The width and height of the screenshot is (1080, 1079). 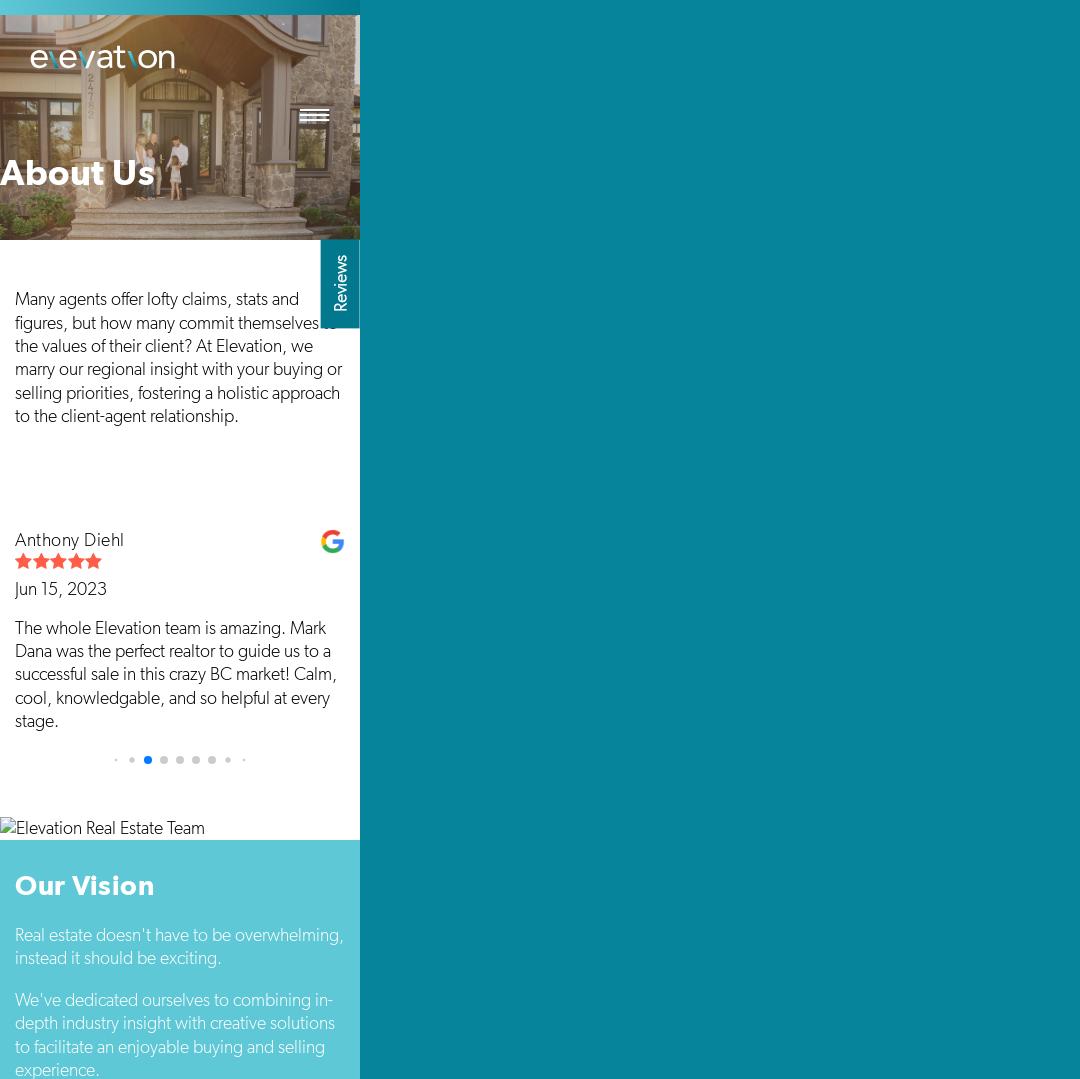 What do you see at coordinates (398, 540) in the screenshot?
I see `'Margaret Dahl'` at bounding box center [398, 540].